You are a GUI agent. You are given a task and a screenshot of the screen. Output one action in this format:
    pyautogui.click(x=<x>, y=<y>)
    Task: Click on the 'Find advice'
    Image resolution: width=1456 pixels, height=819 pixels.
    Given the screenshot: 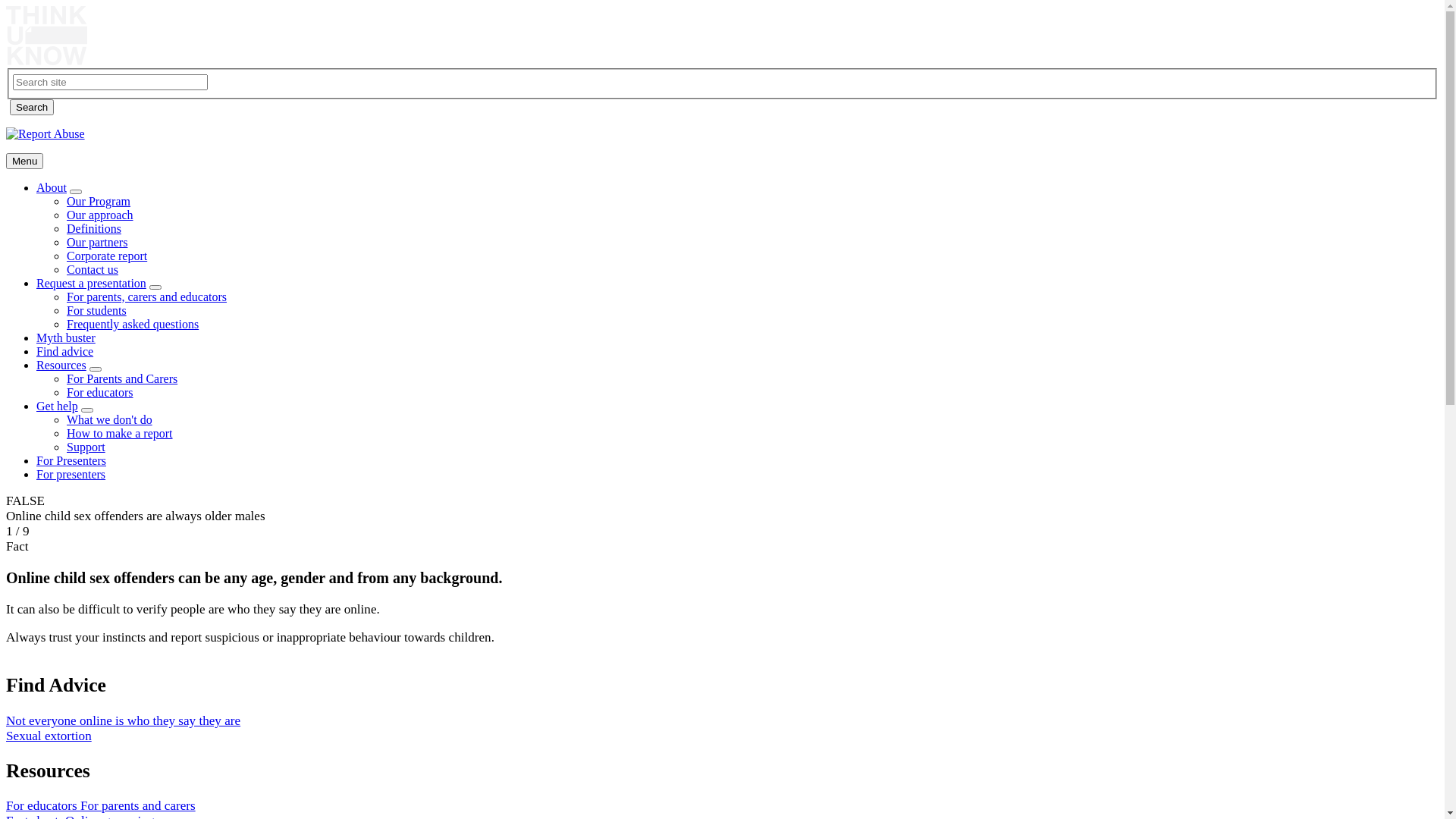 What is the action you would take?
    pyautogui.click(x=64, y=351)
    